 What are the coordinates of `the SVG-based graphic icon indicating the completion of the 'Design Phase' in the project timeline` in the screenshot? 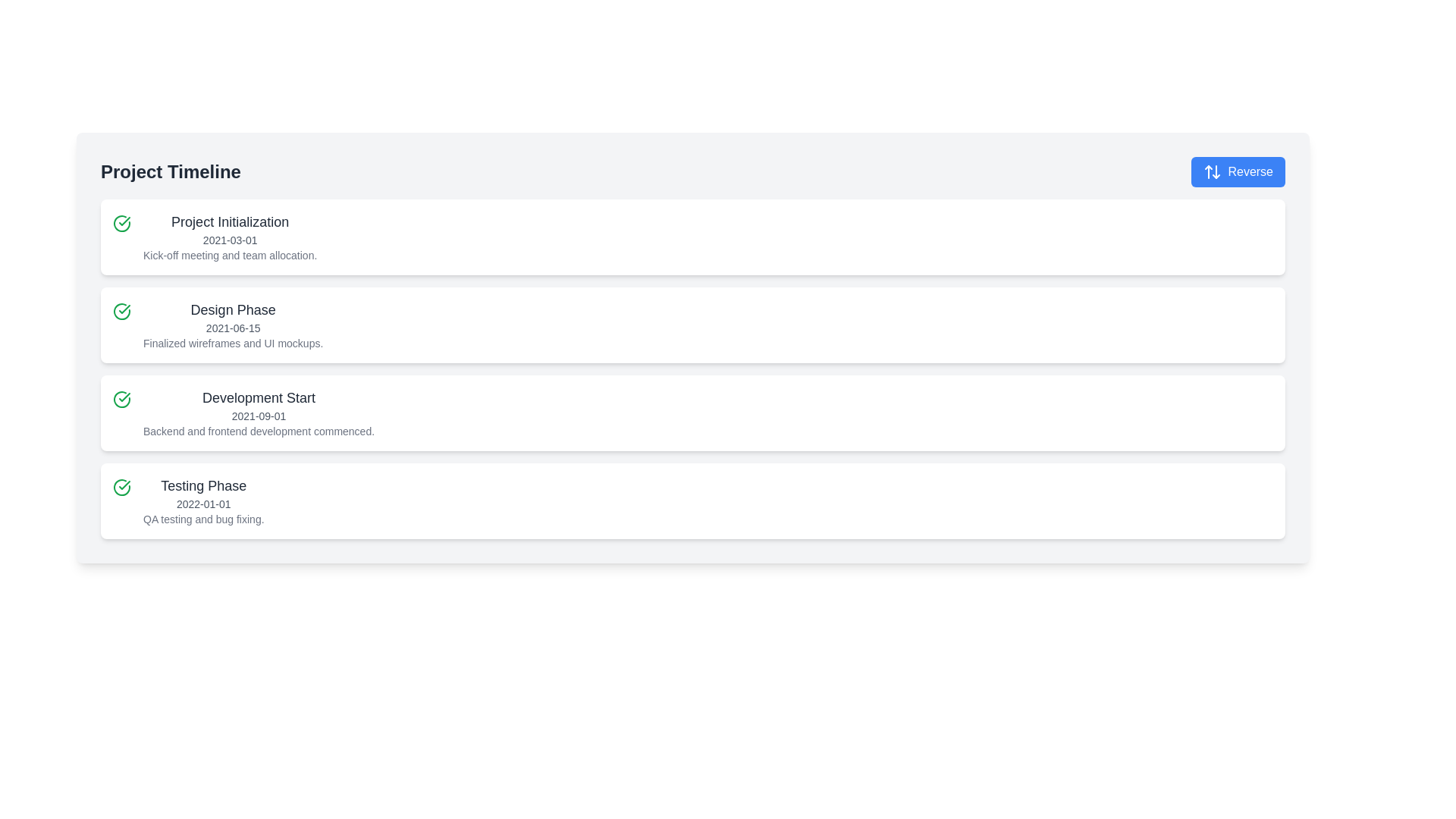 It's located at (122, 311).